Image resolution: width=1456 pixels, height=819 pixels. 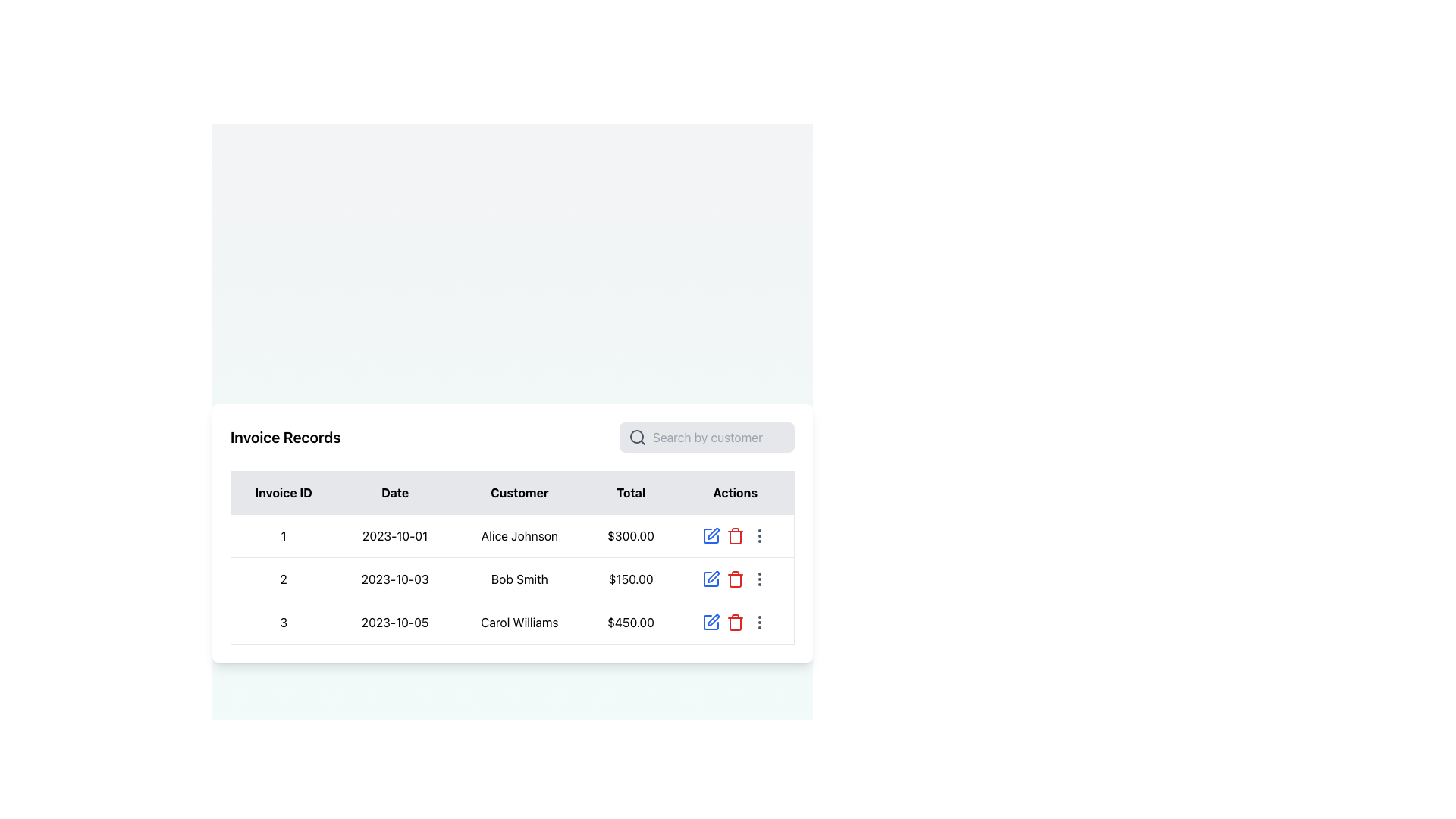 I want to click on the red trash bin icon in the 'Actions' column of the third row, so click(x=735, y=623).